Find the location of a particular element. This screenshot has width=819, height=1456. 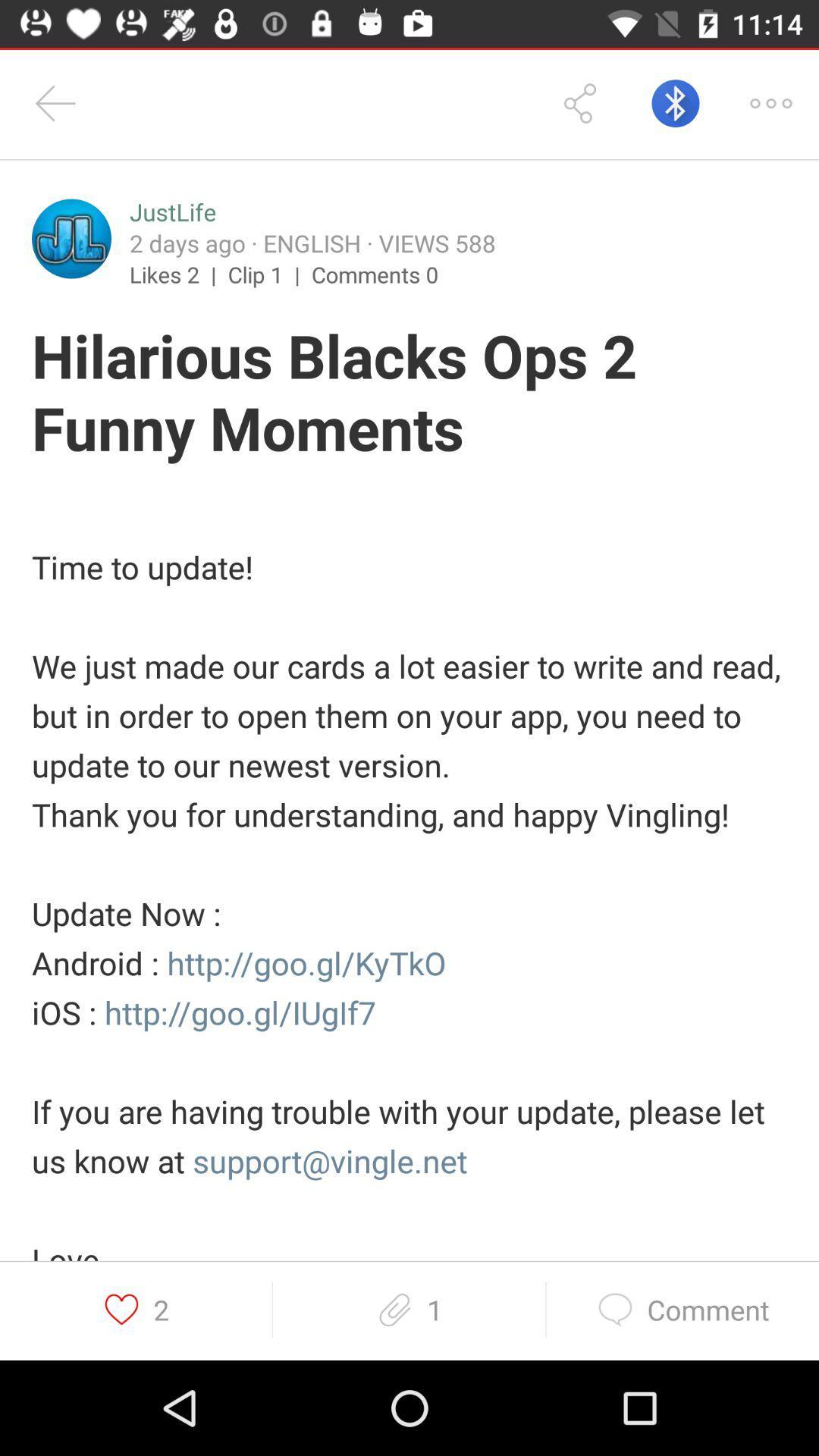

comments 0 is located at coordinates (375, 274).